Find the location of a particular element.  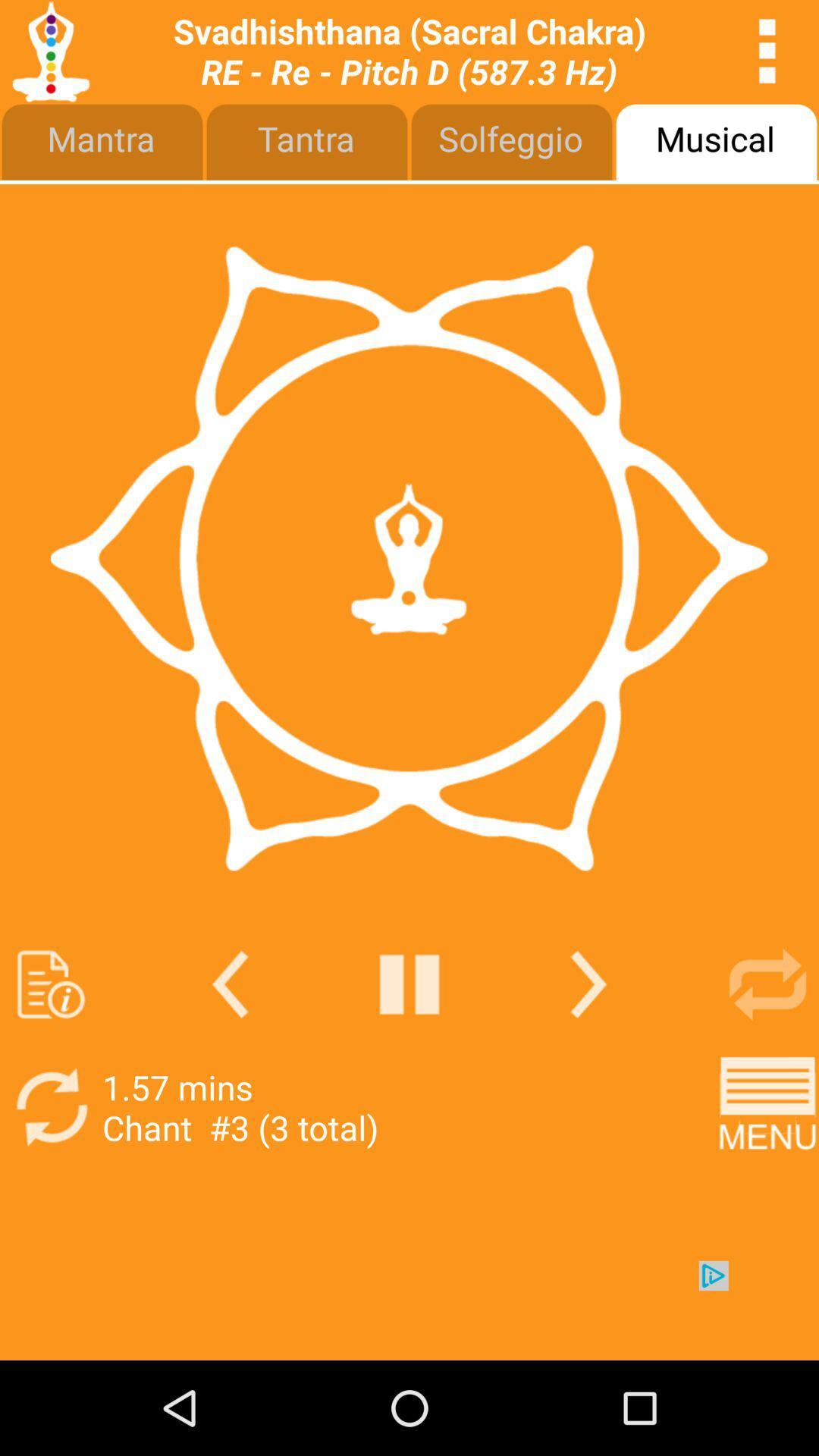

the arrow_forward icon is located at coordinates (588, 1053).